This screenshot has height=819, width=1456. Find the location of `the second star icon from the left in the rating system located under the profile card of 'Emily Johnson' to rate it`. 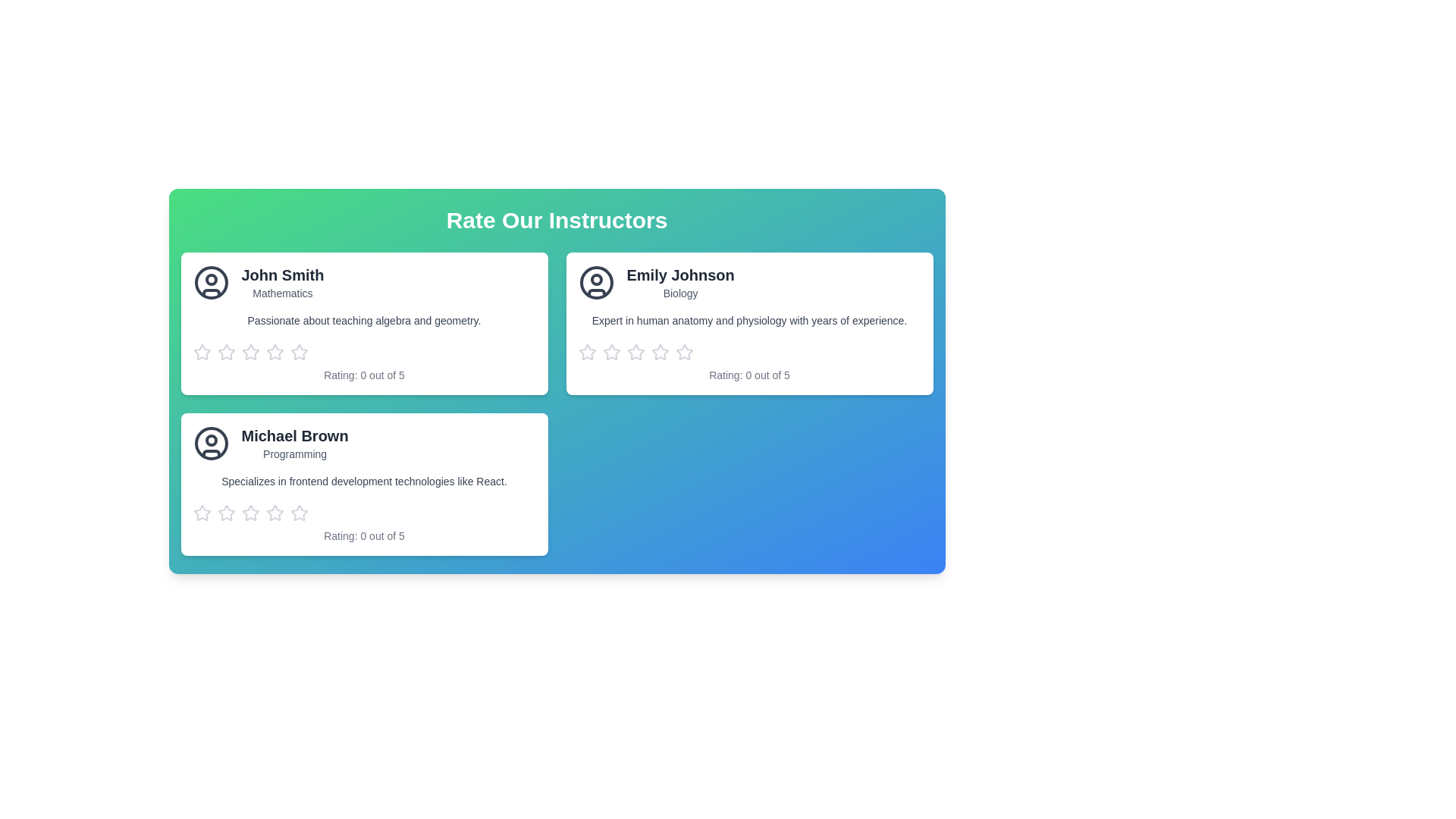

the second star icon from the left in the rating system located under the profile card of 'Emily Johnson' to rate it is located at coordinates (635, 352).